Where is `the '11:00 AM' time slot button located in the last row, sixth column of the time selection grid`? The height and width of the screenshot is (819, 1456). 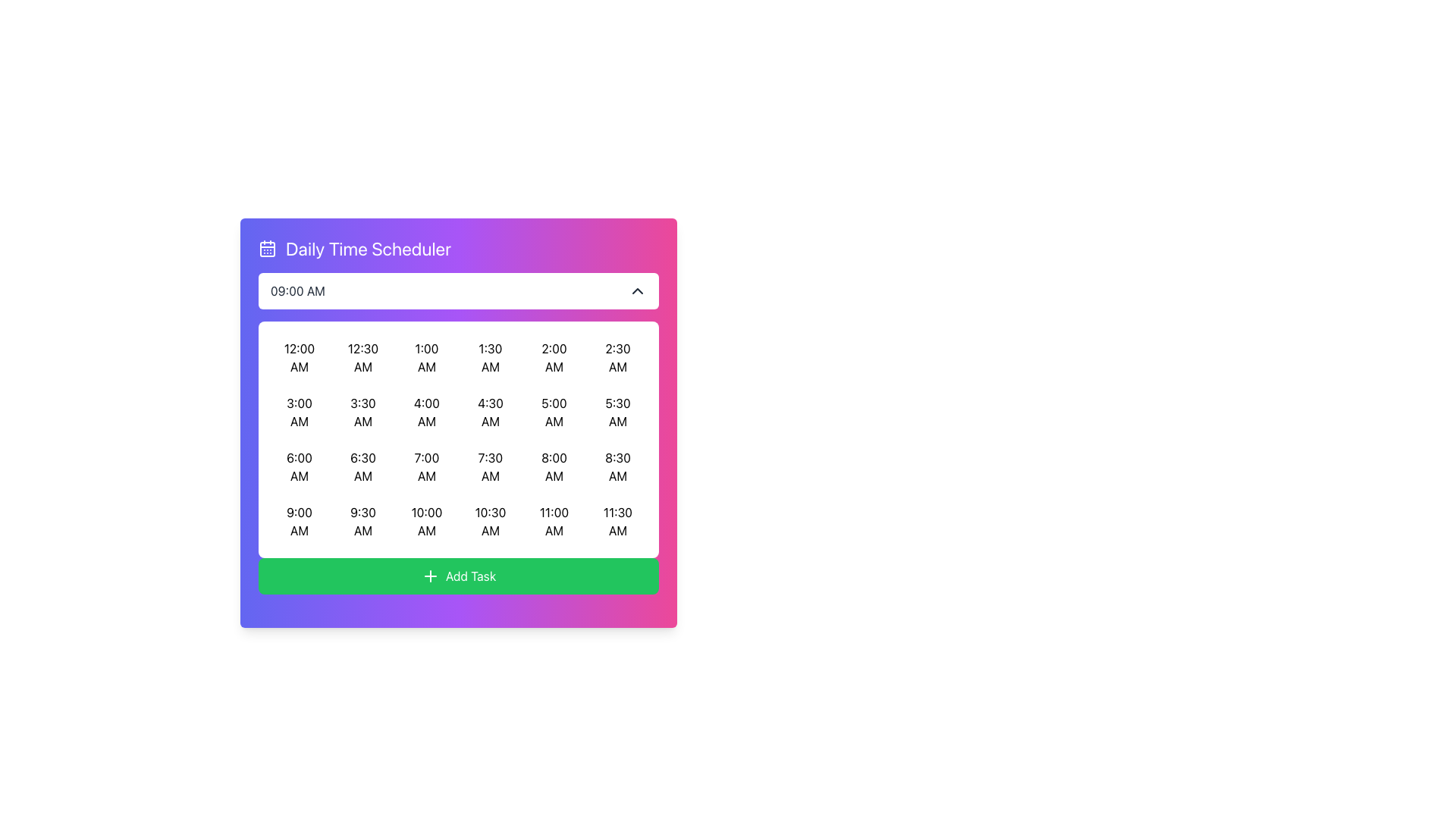 the '11:00 AM' time slot button located in the last row, sixth column of the time selection grid is located at coordinates (553, 520).